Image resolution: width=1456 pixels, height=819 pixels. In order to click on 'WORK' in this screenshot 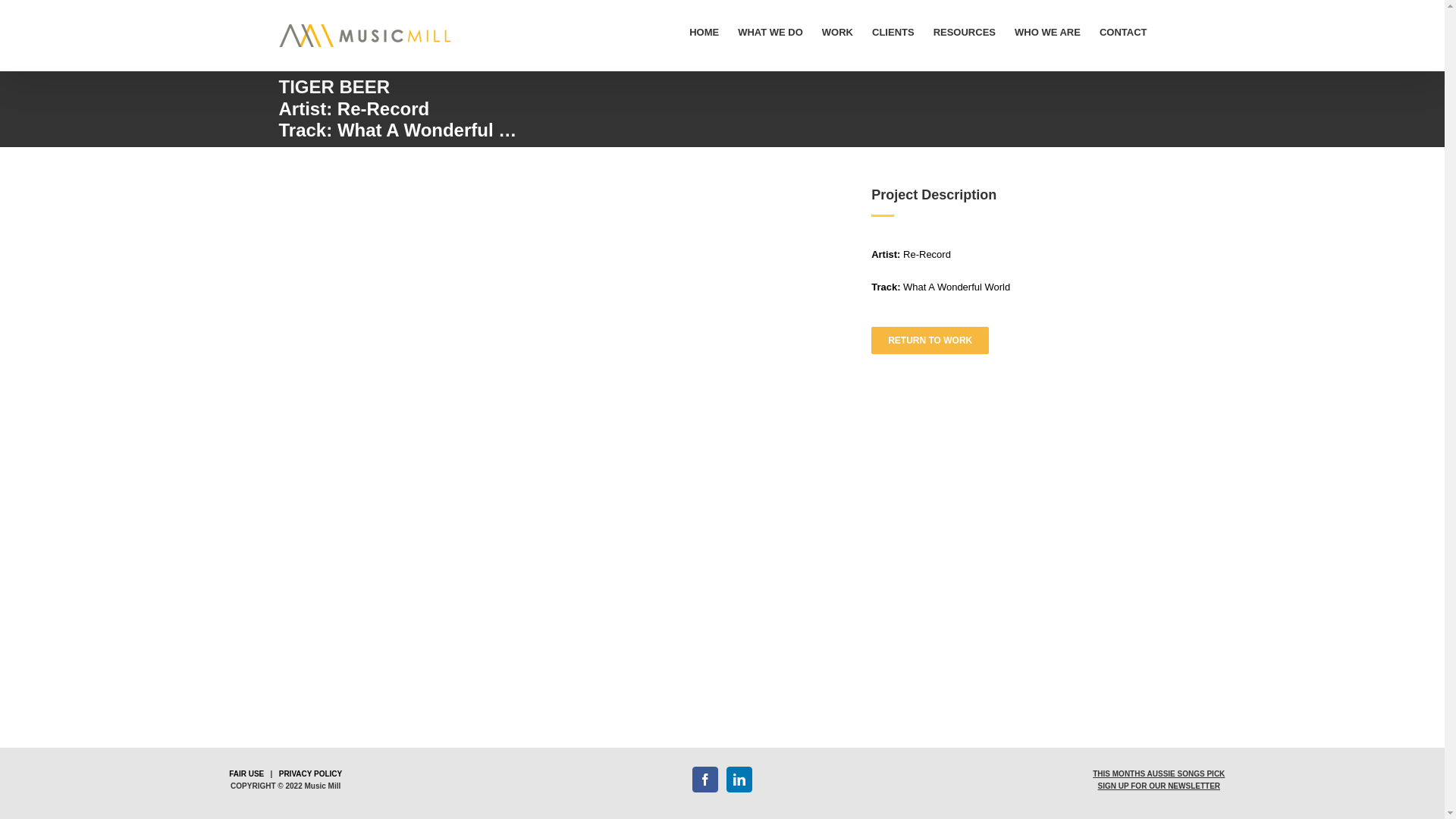, I will do `click(836, 32)`.